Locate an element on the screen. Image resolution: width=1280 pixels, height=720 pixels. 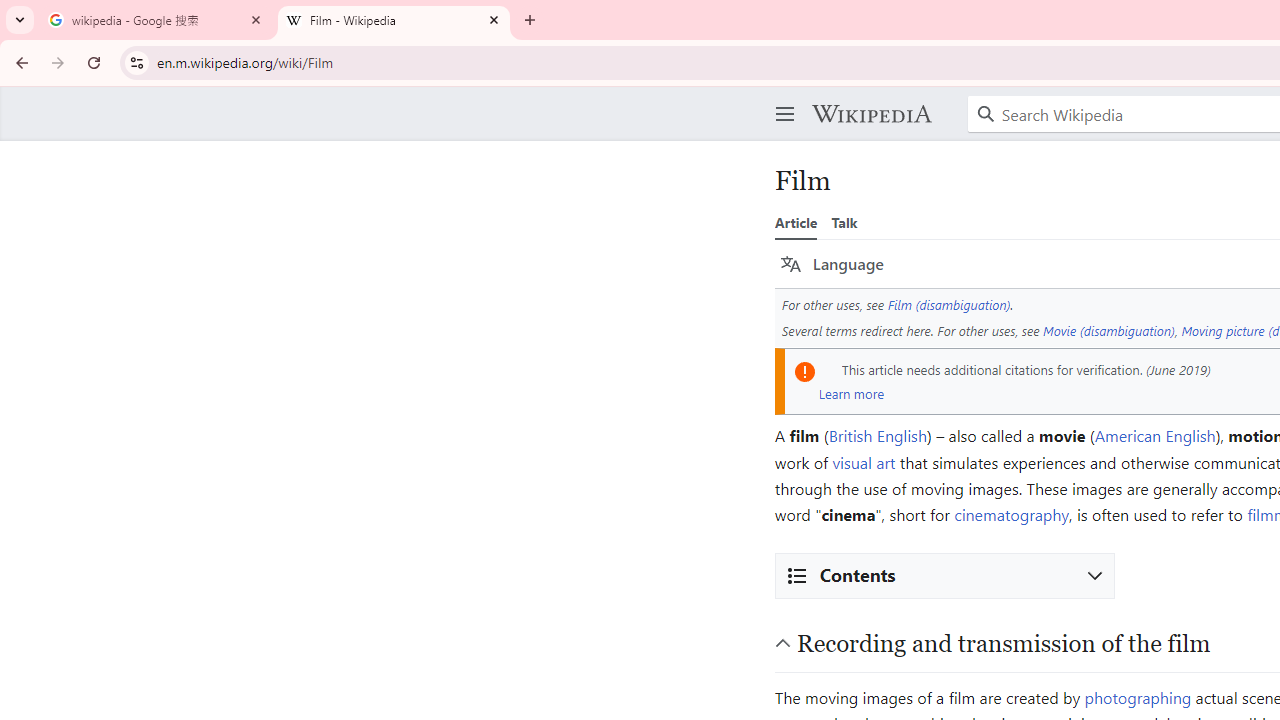
'visual art' is located at coordinates (864, 461).